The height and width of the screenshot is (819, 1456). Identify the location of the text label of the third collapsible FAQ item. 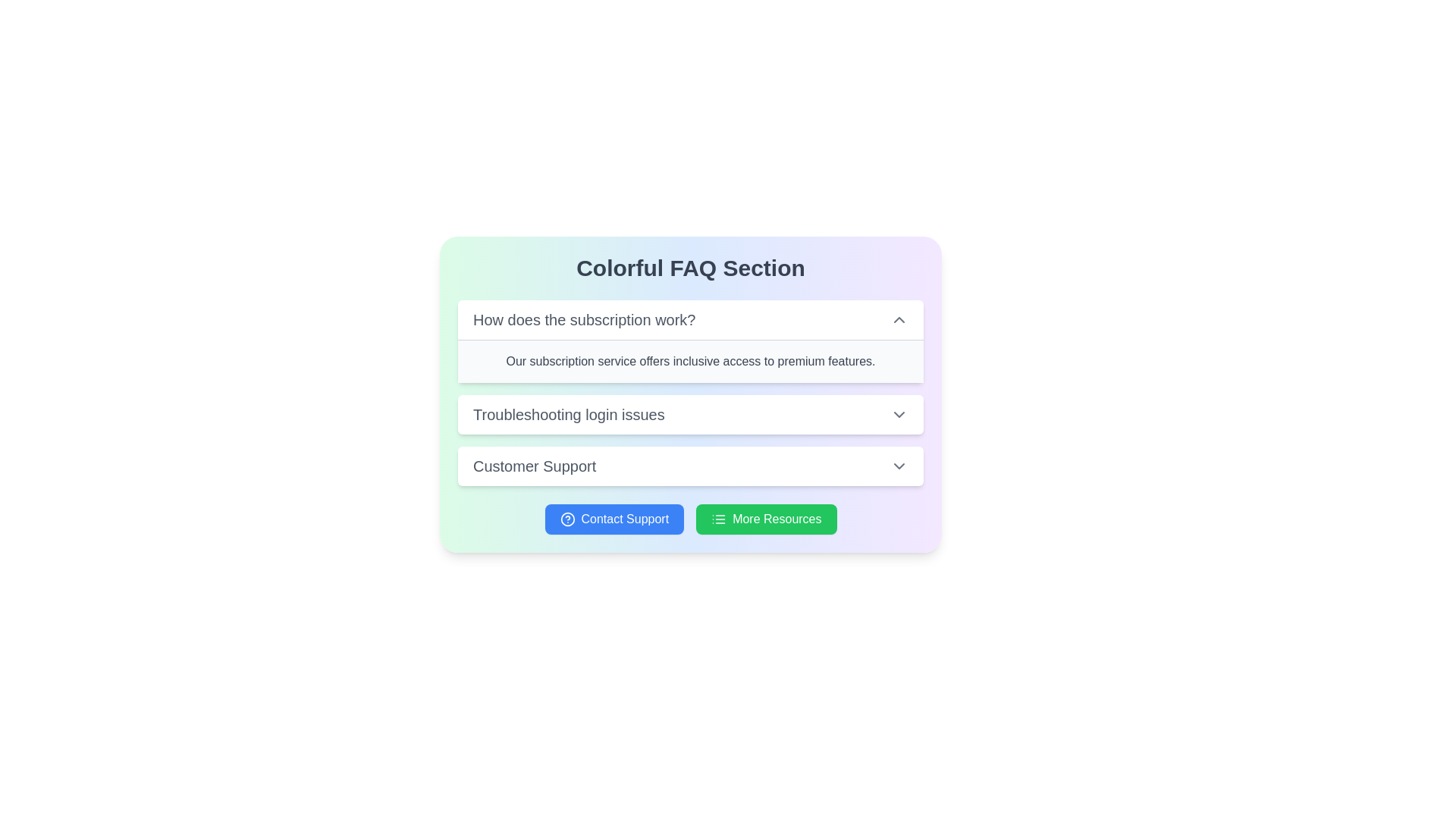
(535, 465).